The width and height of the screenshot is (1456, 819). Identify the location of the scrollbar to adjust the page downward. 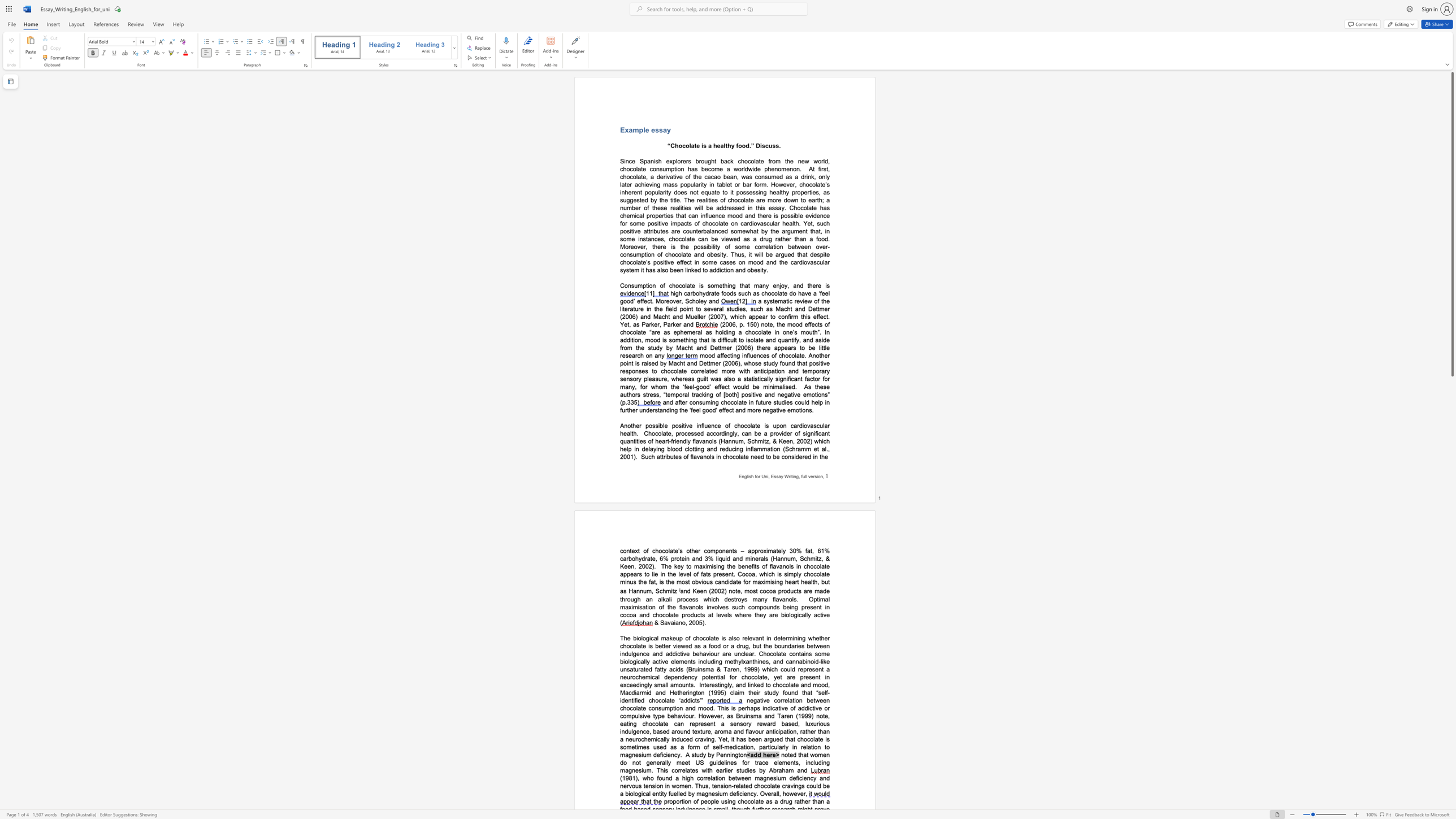
(1451, 674).